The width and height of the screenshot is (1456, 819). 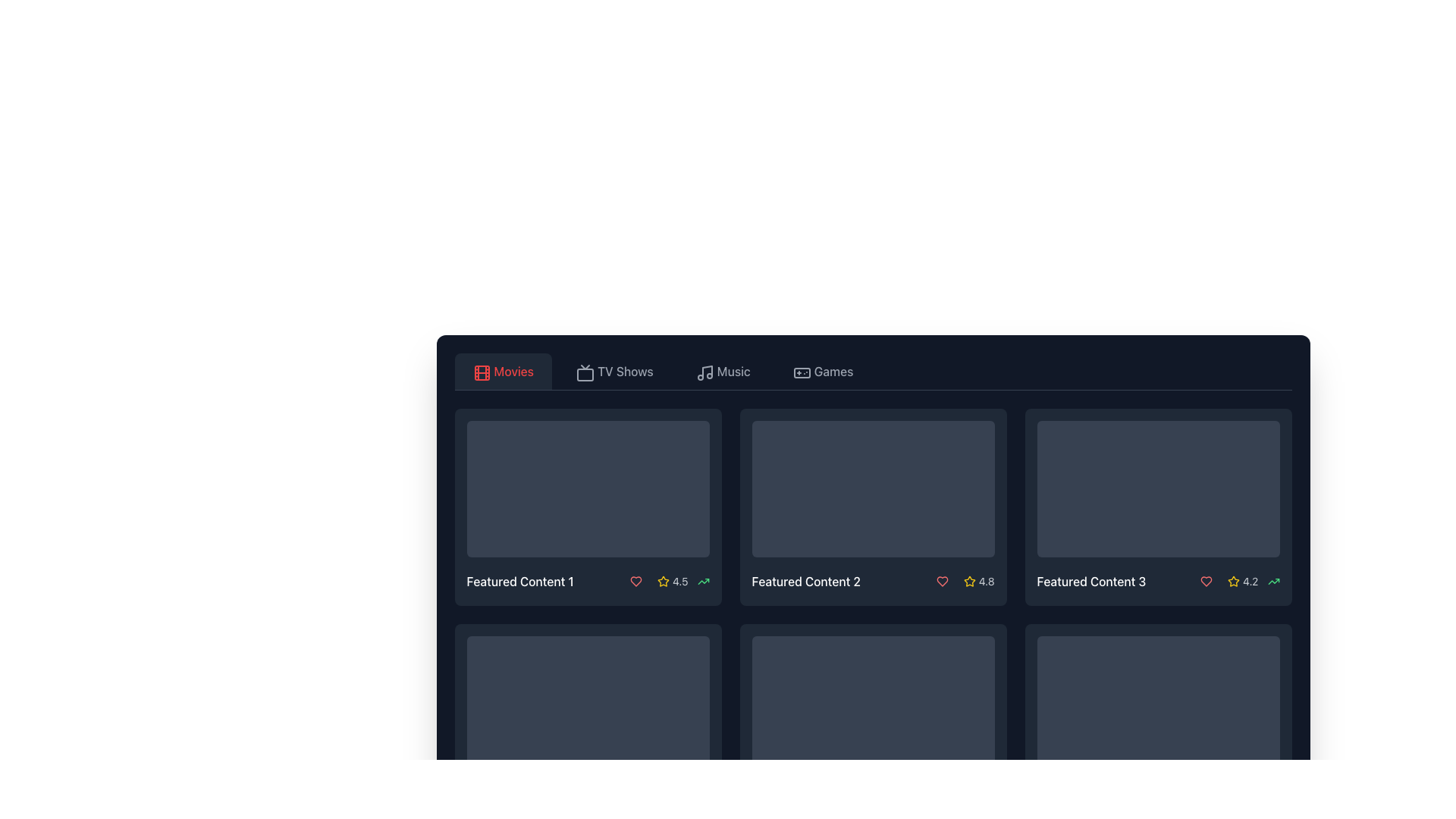 I want to click on the horizontal rounded rectangle within the game controller graphic, which has a dark background color and is centrally situated as part of the main body, so click(x=801, y=373).